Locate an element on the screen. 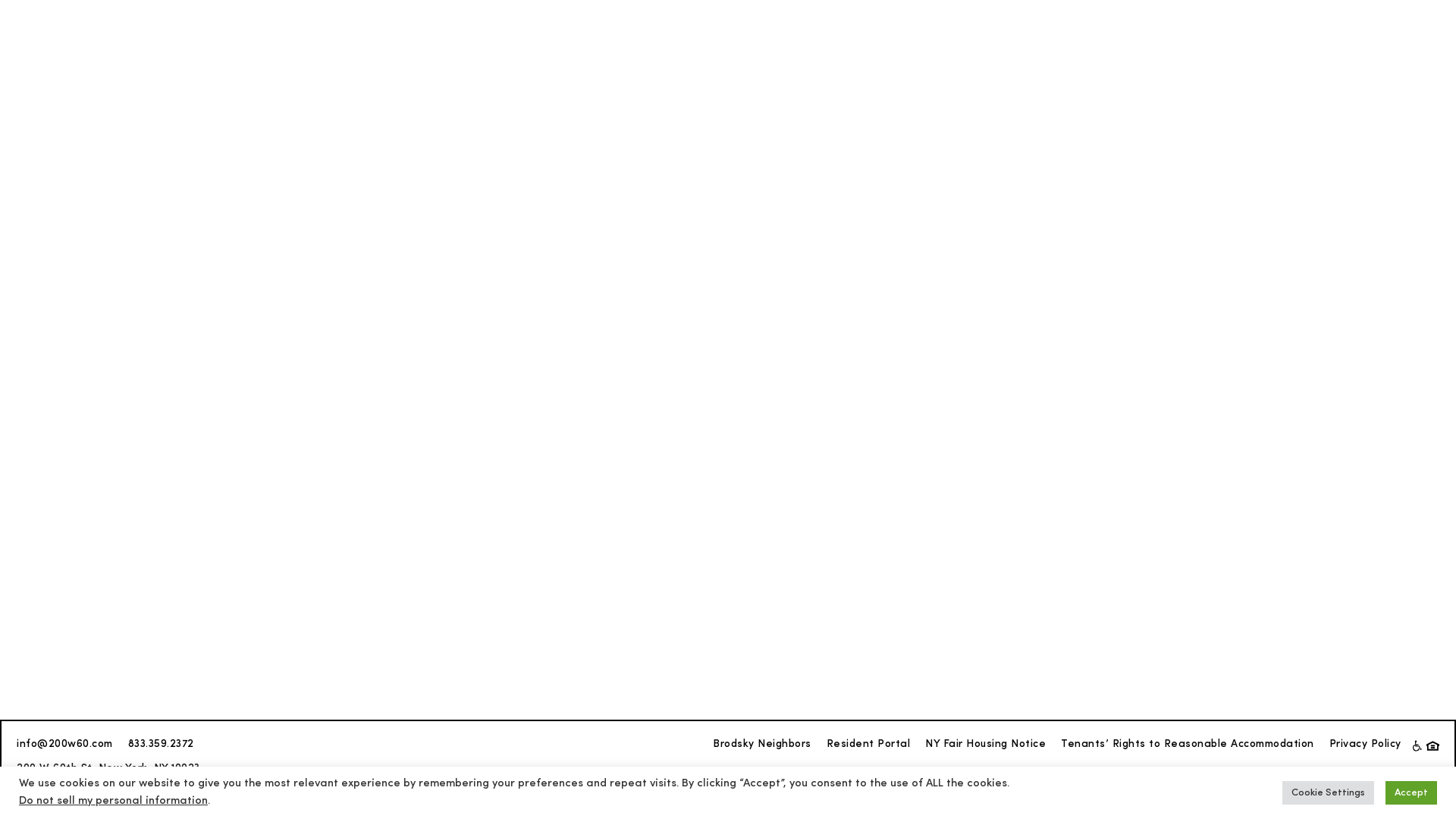 The image size is (1456, 819). 'Brodsky Neighbors' is located at coordinates (761, 744).